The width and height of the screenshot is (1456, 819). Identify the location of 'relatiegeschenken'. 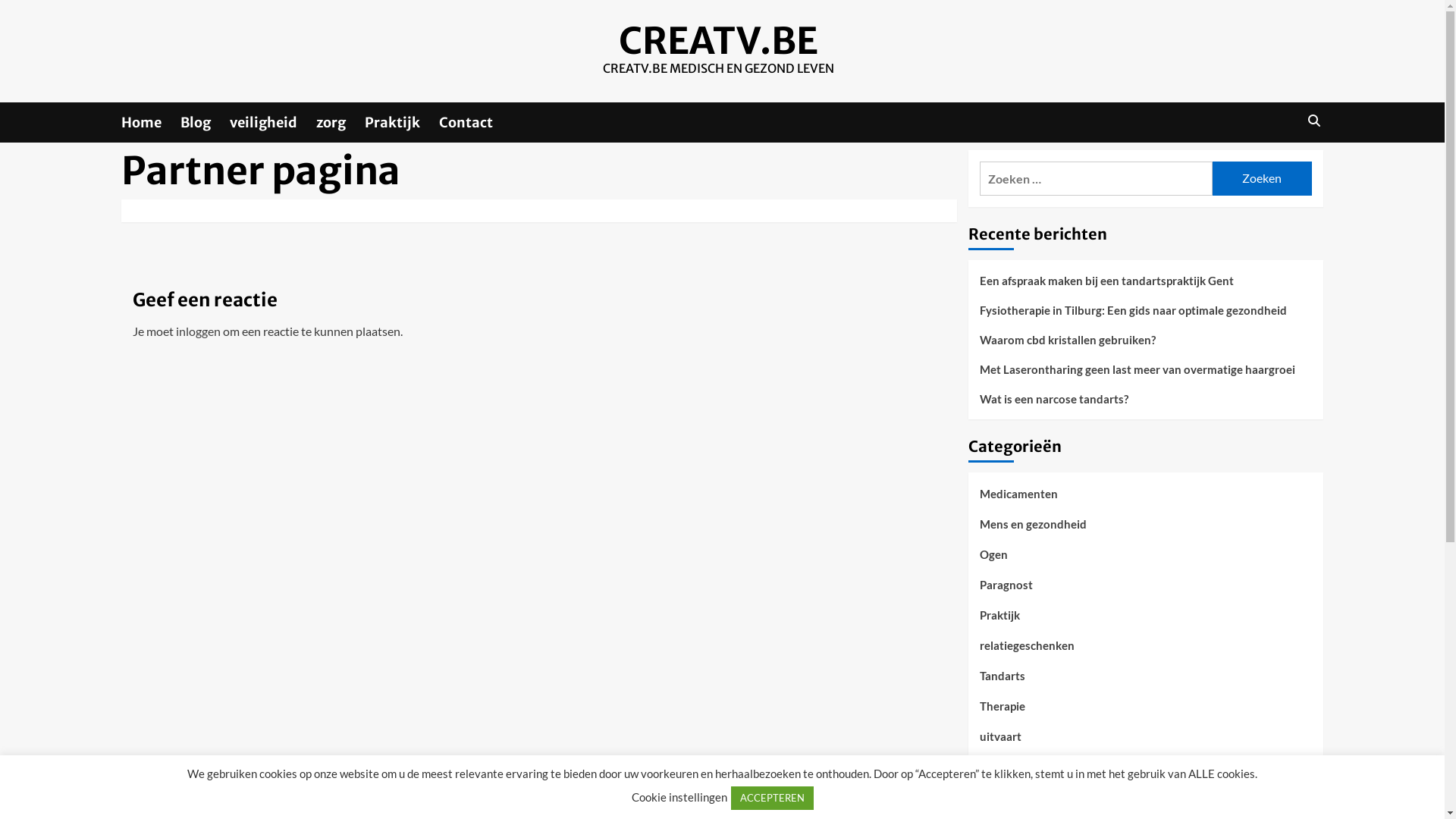
(1027, 650).